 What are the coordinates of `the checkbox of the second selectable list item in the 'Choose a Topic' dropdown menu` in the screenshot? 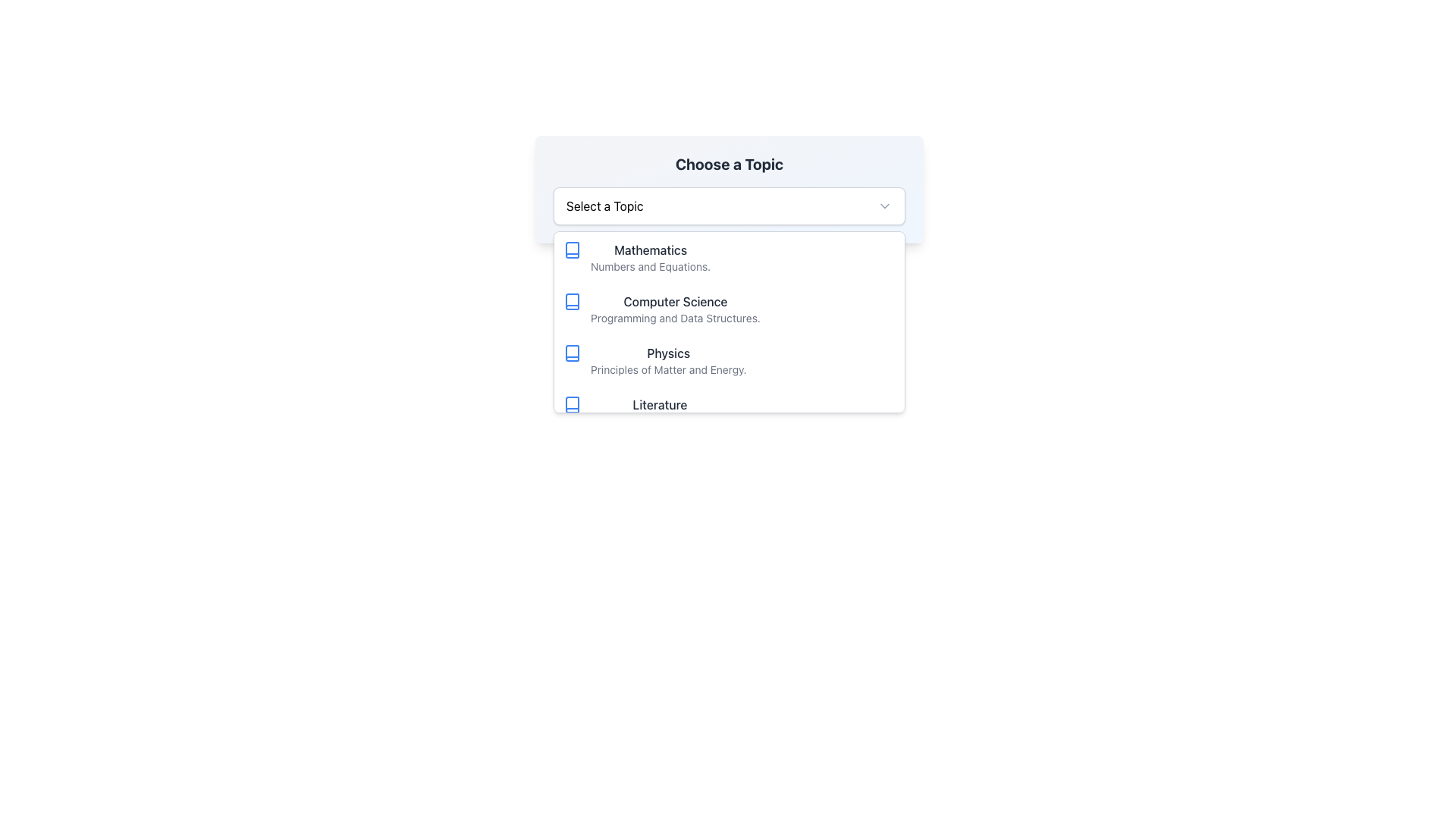 It's located at (729, 309).